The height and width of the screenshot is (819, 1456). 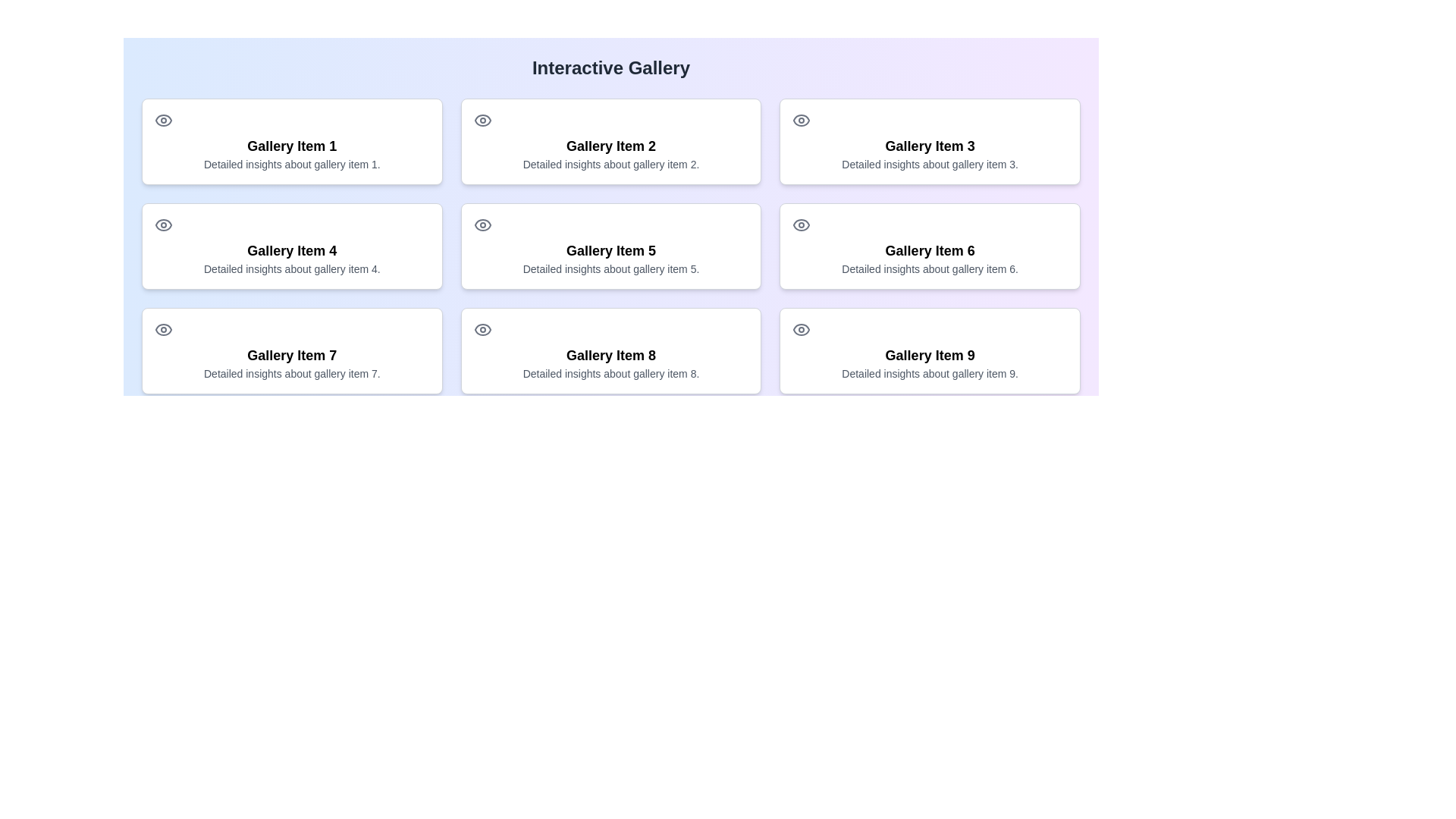 I want to click on the visibility icon located in the top left corner of the 'Gallery Item 6' card to perform associated actions, so click(x=801, y=225).